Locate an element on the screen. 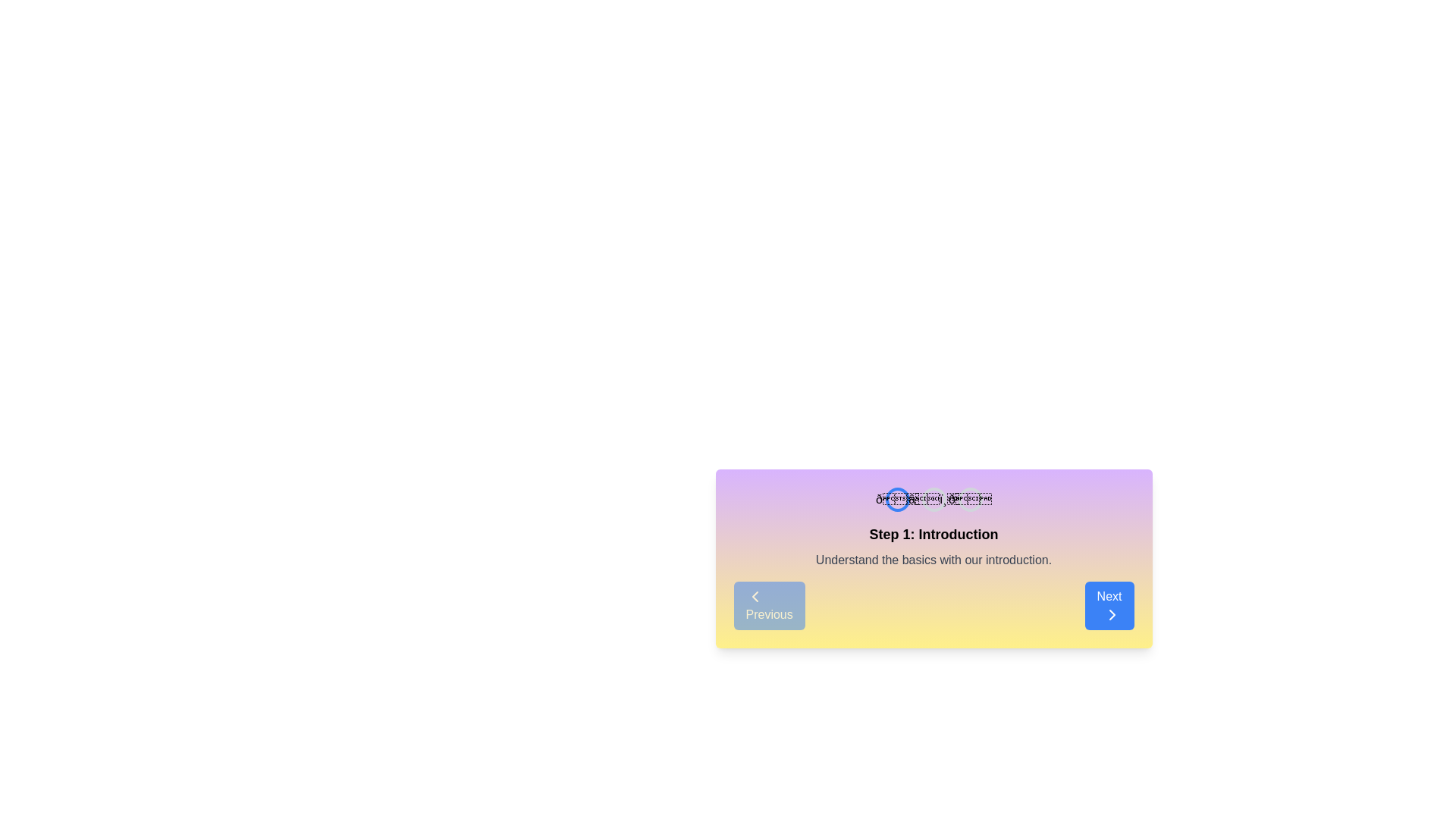 The width and height of the screenshot is (1456, 819). the first circular icon with a blue border containing a document emoji symbol ('📘'), which is positioned above the text 'Step 1: Introduction' is located at coordinates (897, 500).